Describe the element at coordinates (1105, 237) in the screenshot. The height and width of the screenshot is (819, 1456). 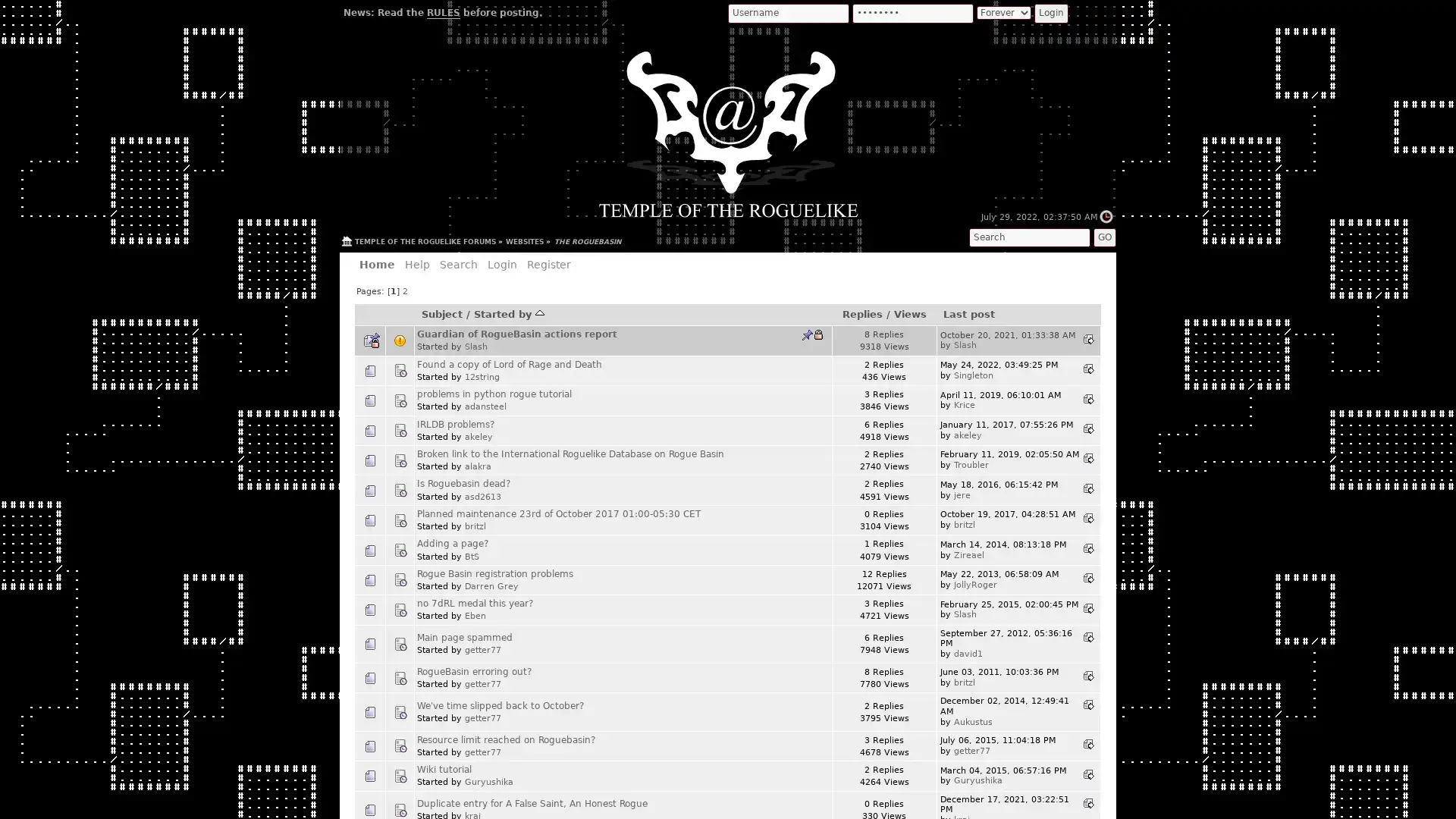
I see `GO` at that location.